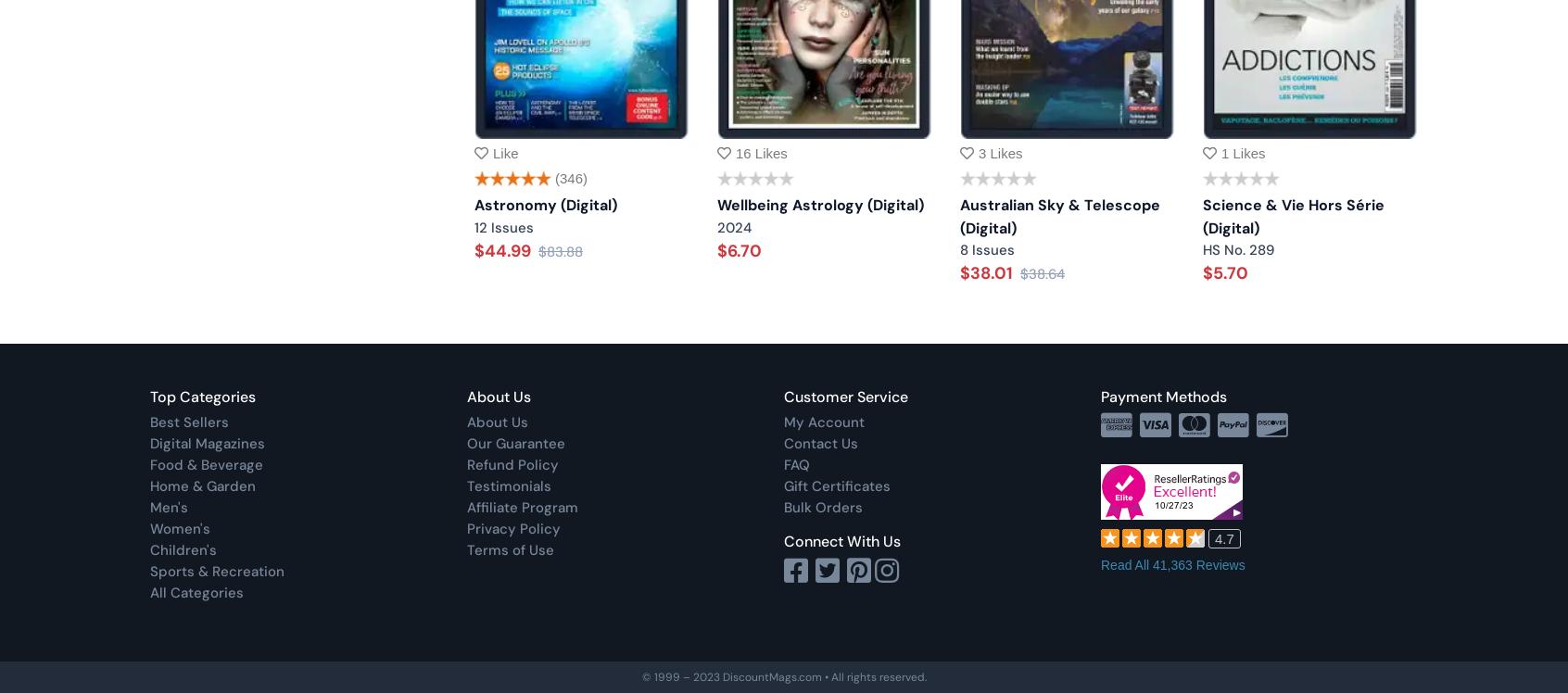 This screenshot has height=693, width=1568. What do you see at coordinates (179, 529) in the screenshot?
I see `'Women's'` at bounding box center [179, 529].